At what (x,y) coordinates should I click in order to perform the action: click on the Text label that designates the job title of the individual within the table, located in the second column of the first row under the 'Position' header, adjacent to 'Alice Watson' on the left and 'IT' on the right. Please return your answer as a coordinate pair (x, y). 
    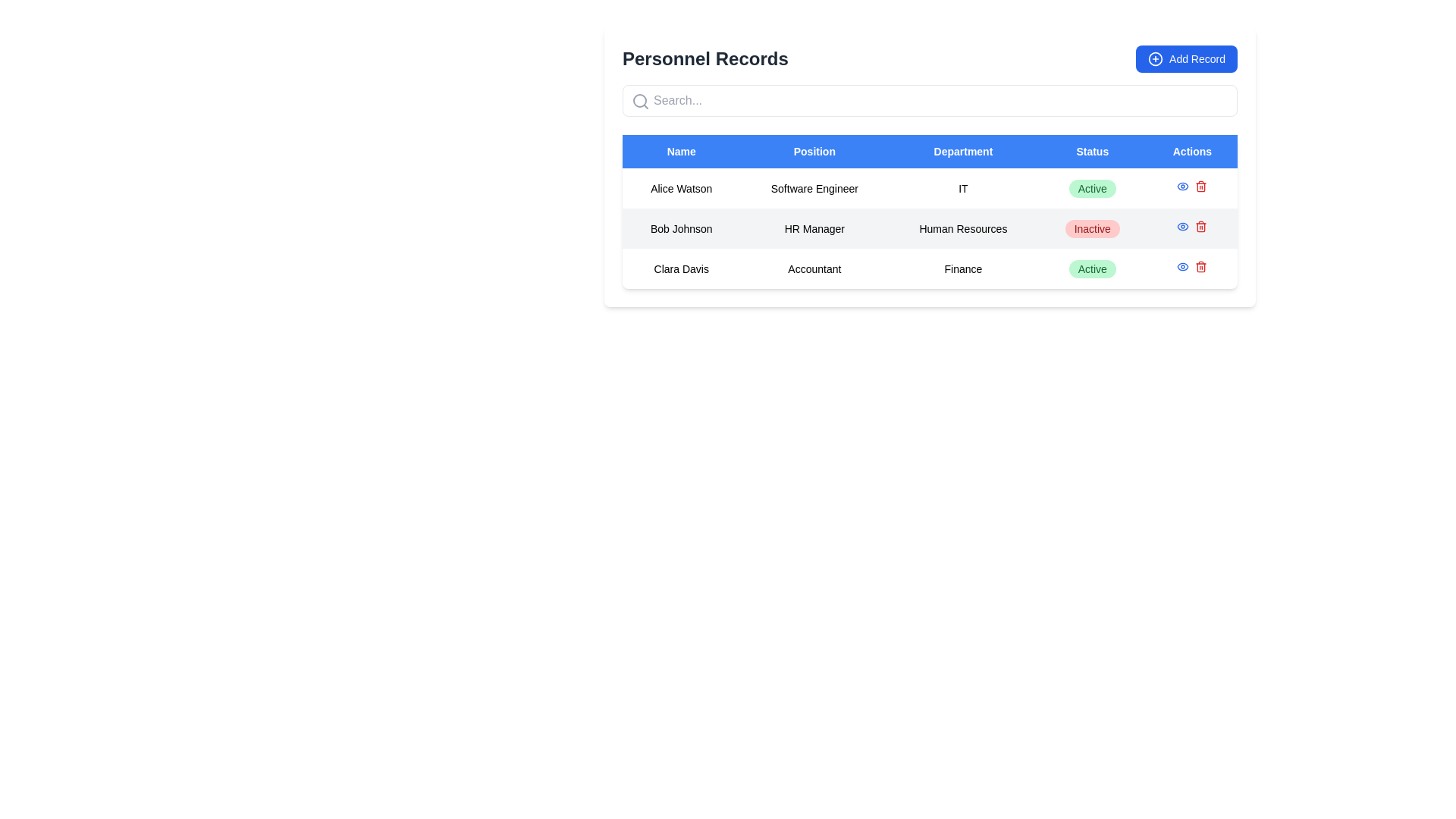
    Looking at the image, I should click on (814, 187).